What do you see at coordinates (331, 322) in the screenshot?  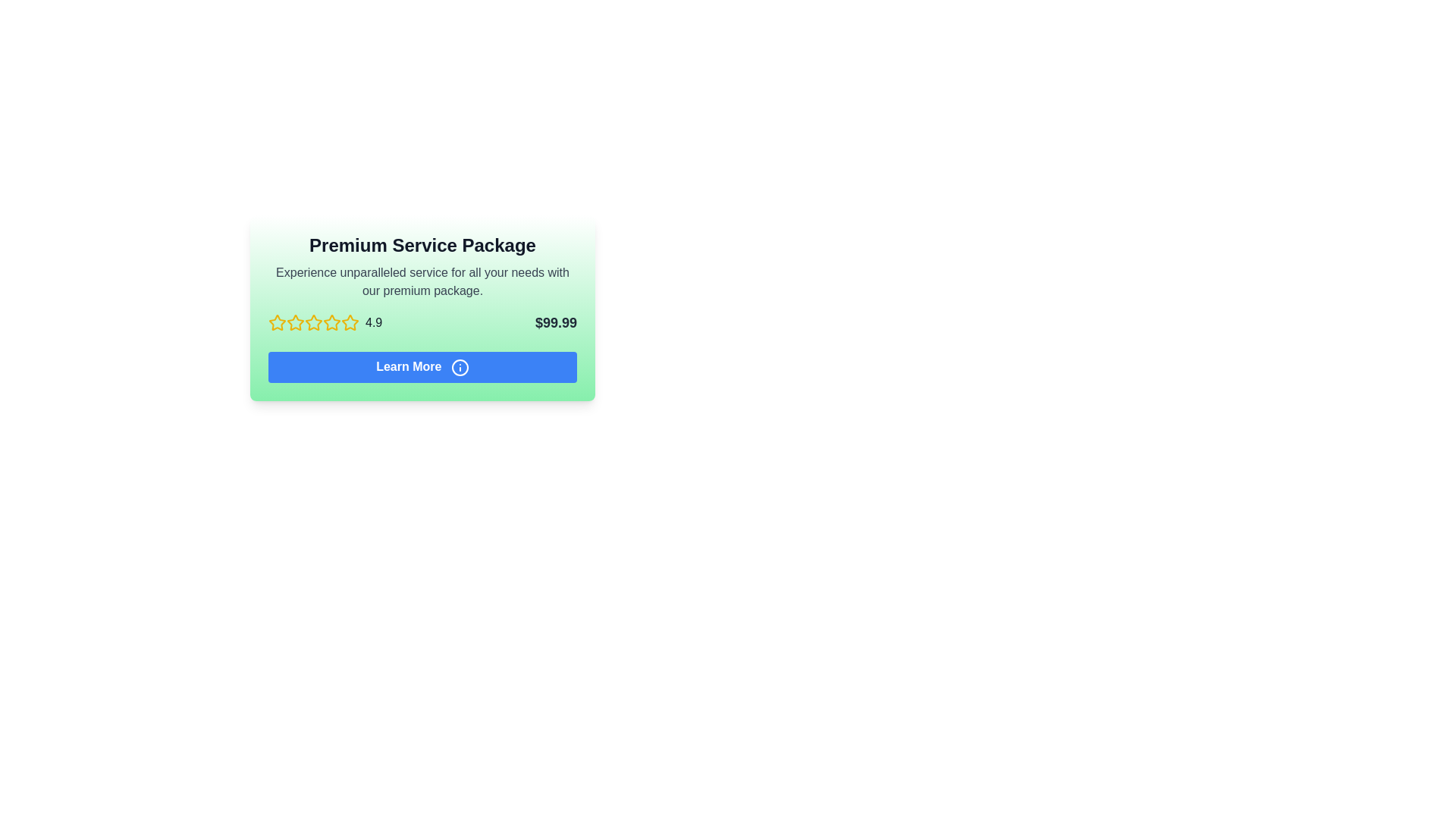 I see `the sixth star icon in the rating component beneath the 'Premium Service Package' header` at bounding box center [331, 322].